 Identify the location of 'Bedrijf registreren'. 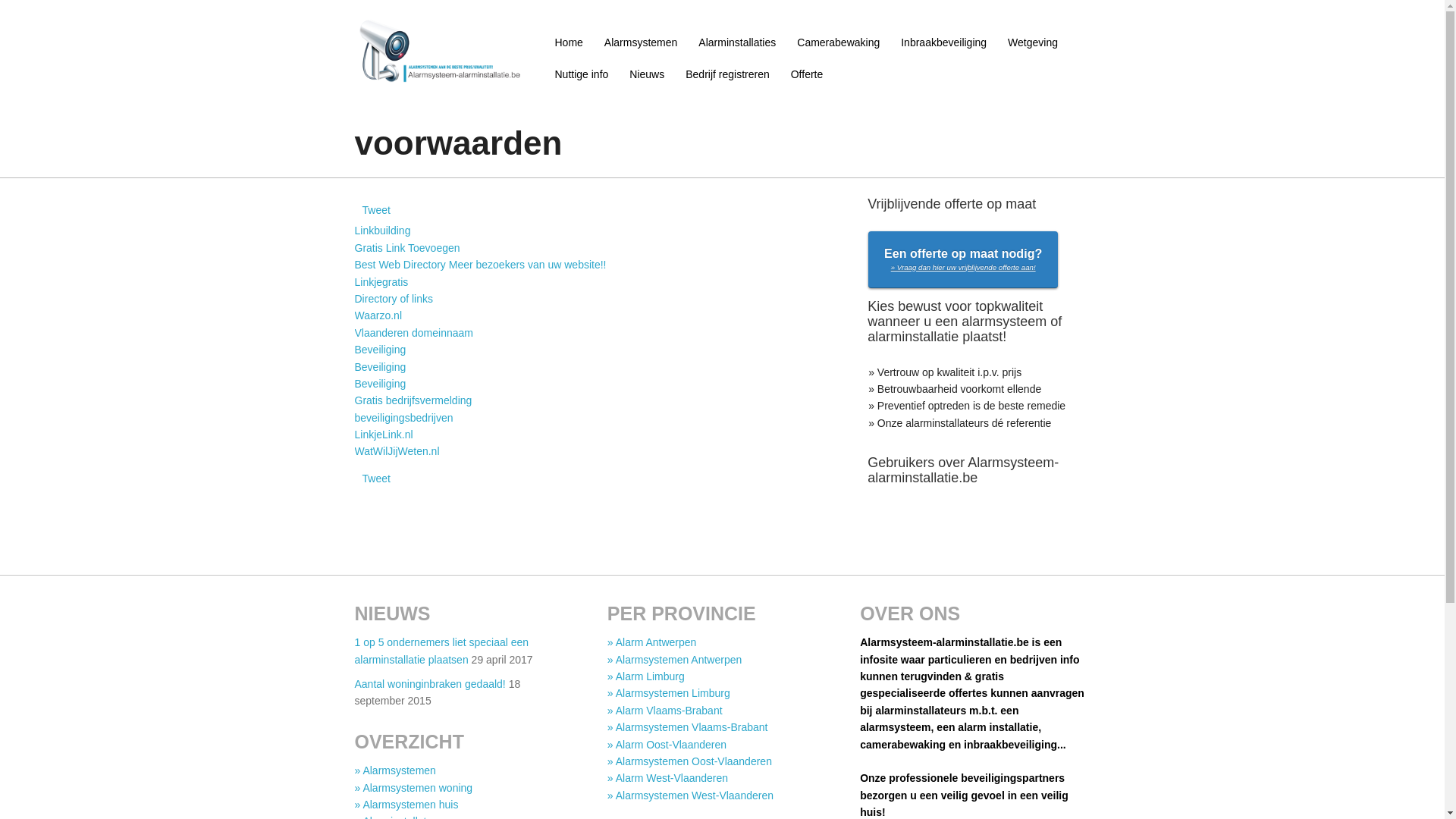
(726, 74).